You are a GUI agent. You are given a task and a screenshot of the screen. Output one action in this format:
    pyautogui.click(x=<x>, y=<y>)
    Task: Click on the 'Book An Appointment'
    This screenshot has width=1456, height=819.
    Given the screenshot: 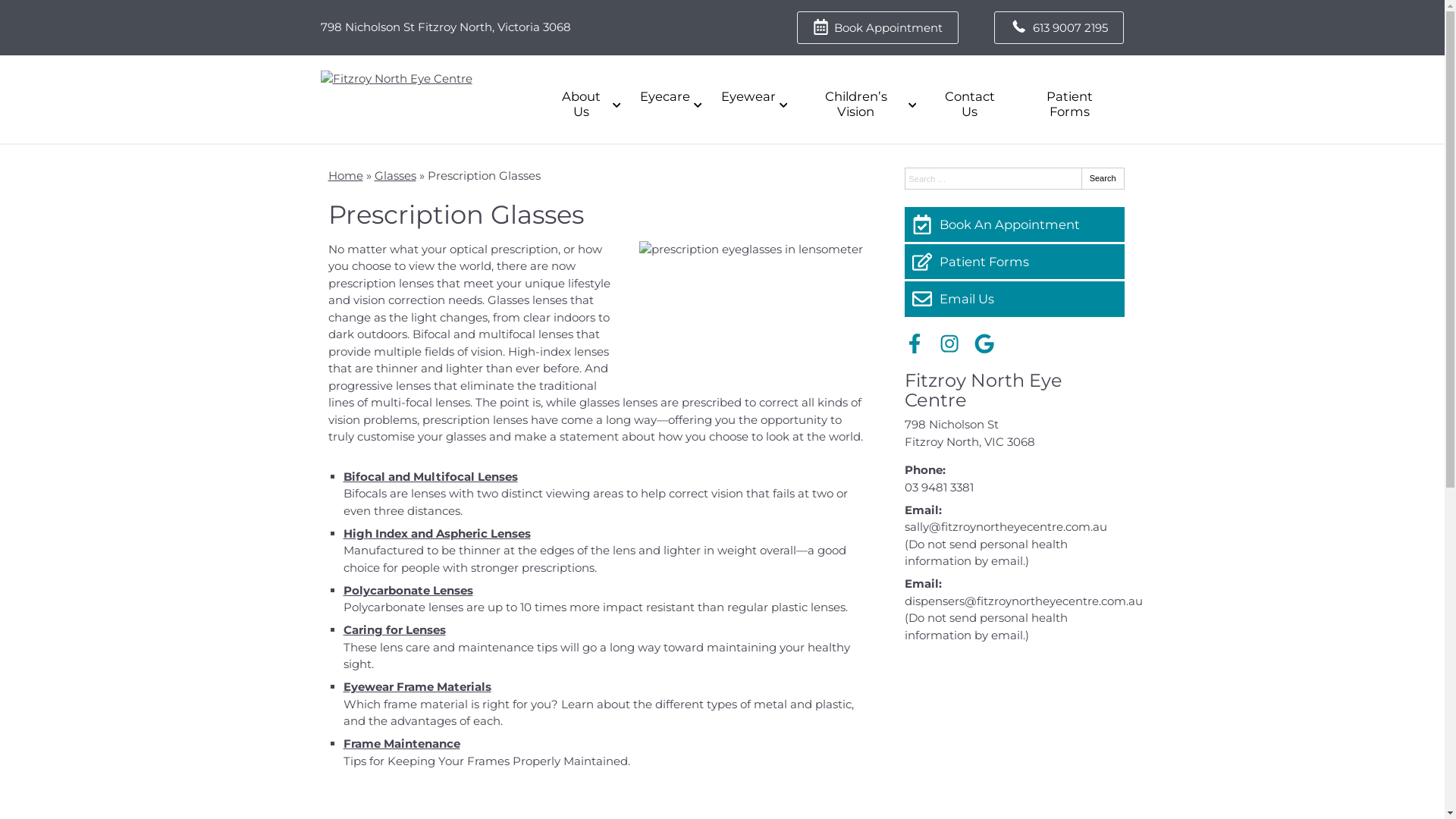 What is the action you would take?
    pyautogui.click(x=1014, y=224)
    